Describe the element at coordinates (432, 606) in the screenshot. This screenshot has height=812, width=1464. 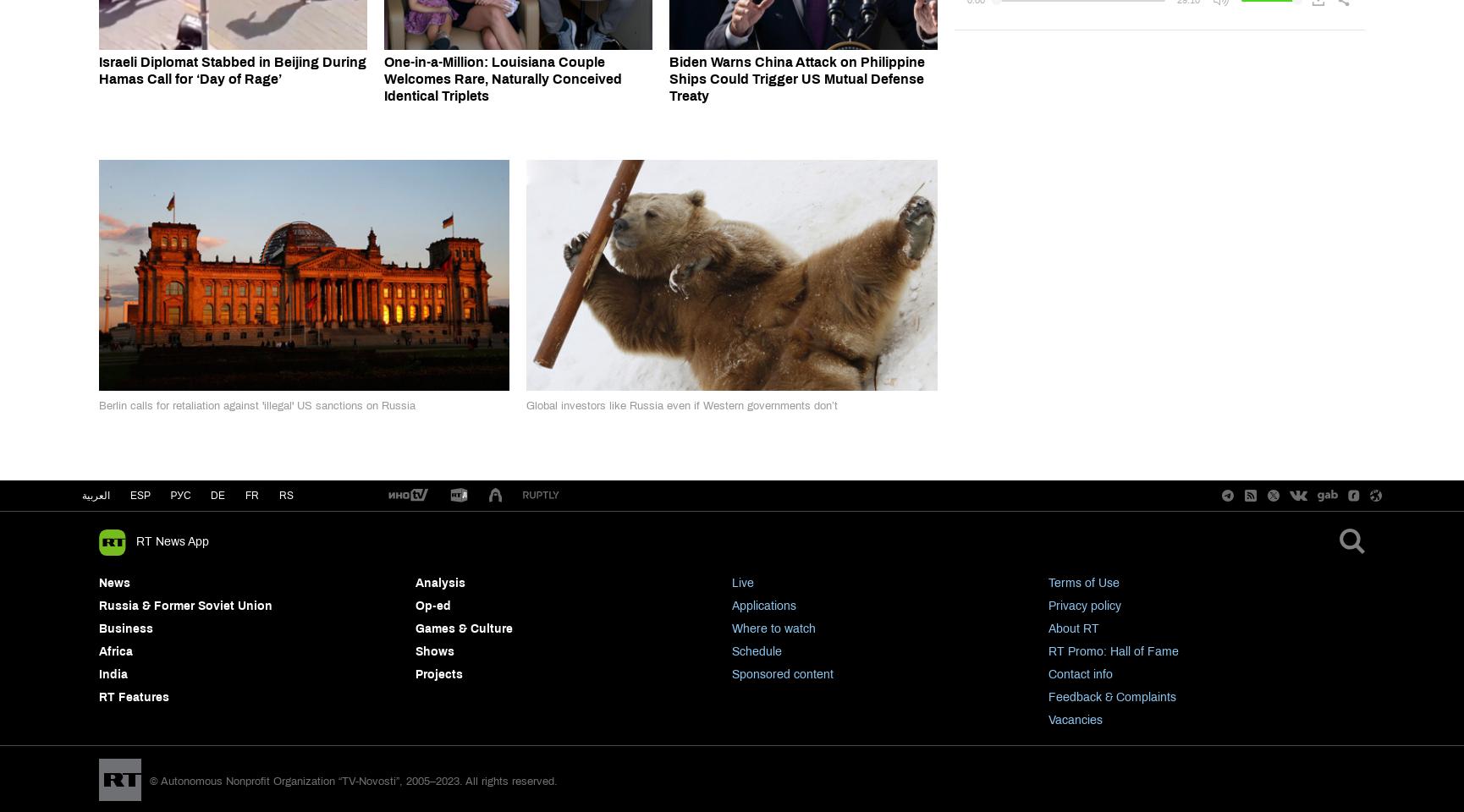
I see `'Op-ed'` at that location.